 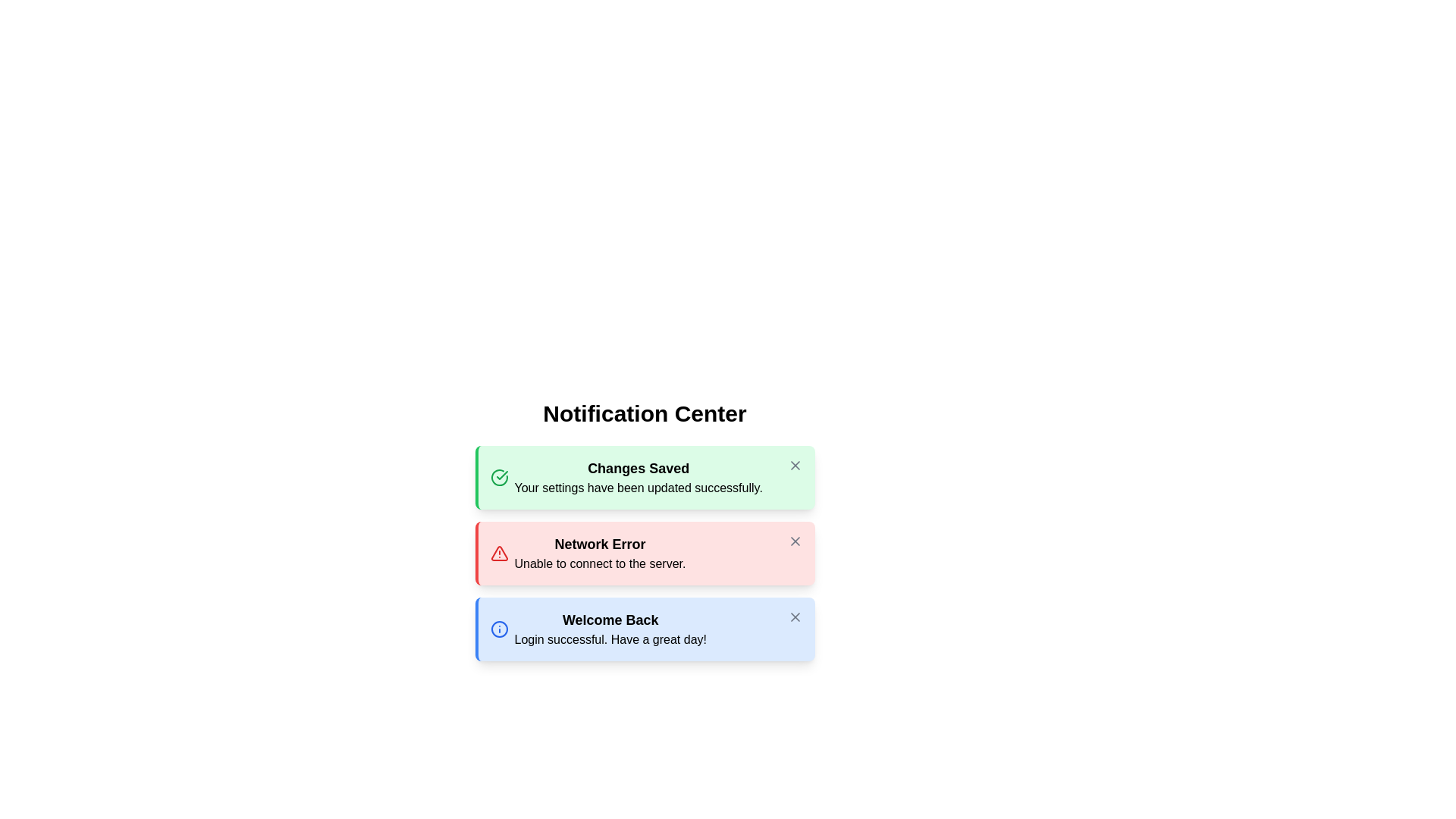 What do you see at coordinates (645, 553) in the screenshot?
I see `error details from the middle notification alert box that indicates a network connection error in the Notification Center` at bounding box center [645, 553].